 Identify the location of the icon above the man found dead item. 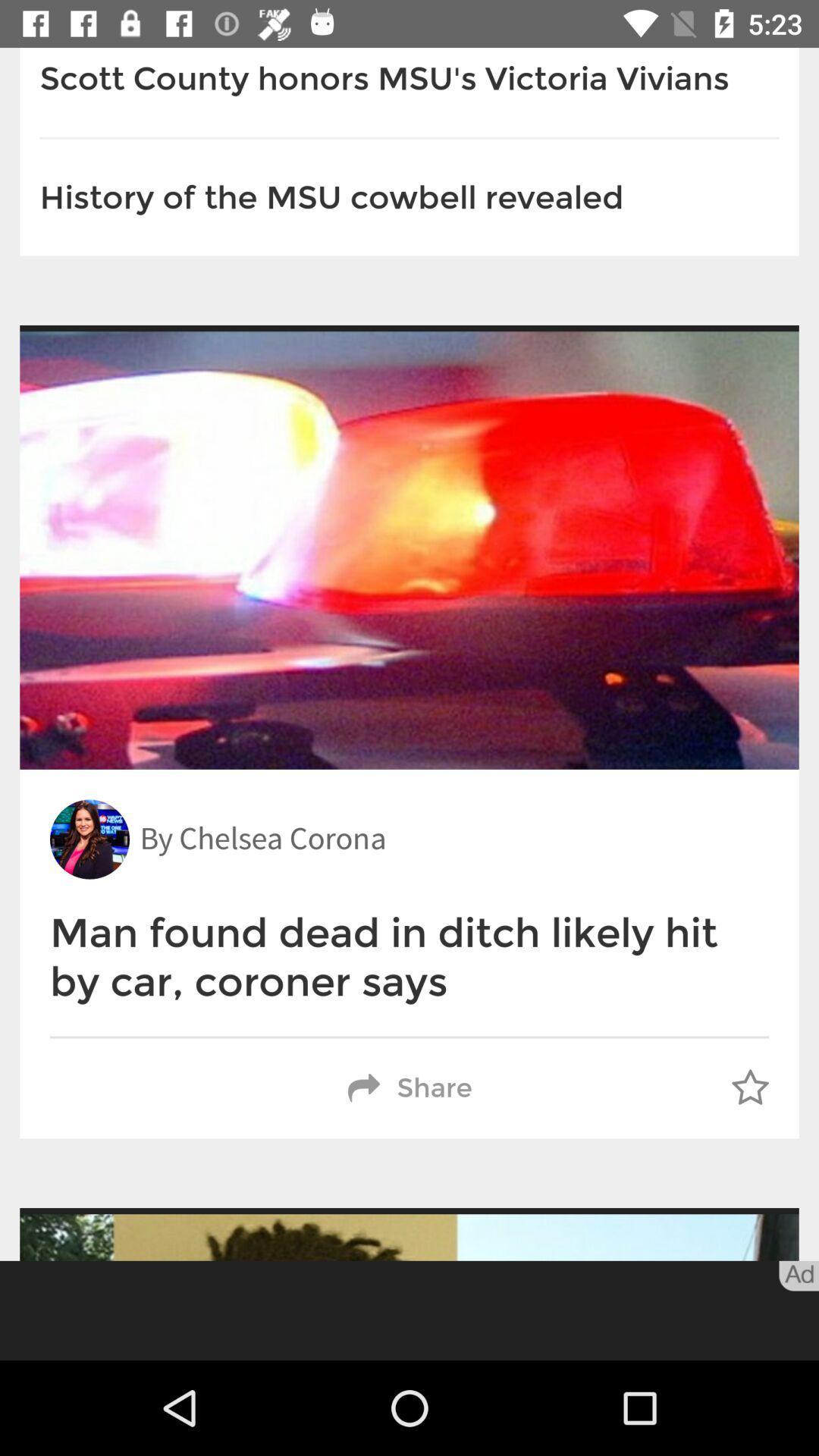
(89, 839).